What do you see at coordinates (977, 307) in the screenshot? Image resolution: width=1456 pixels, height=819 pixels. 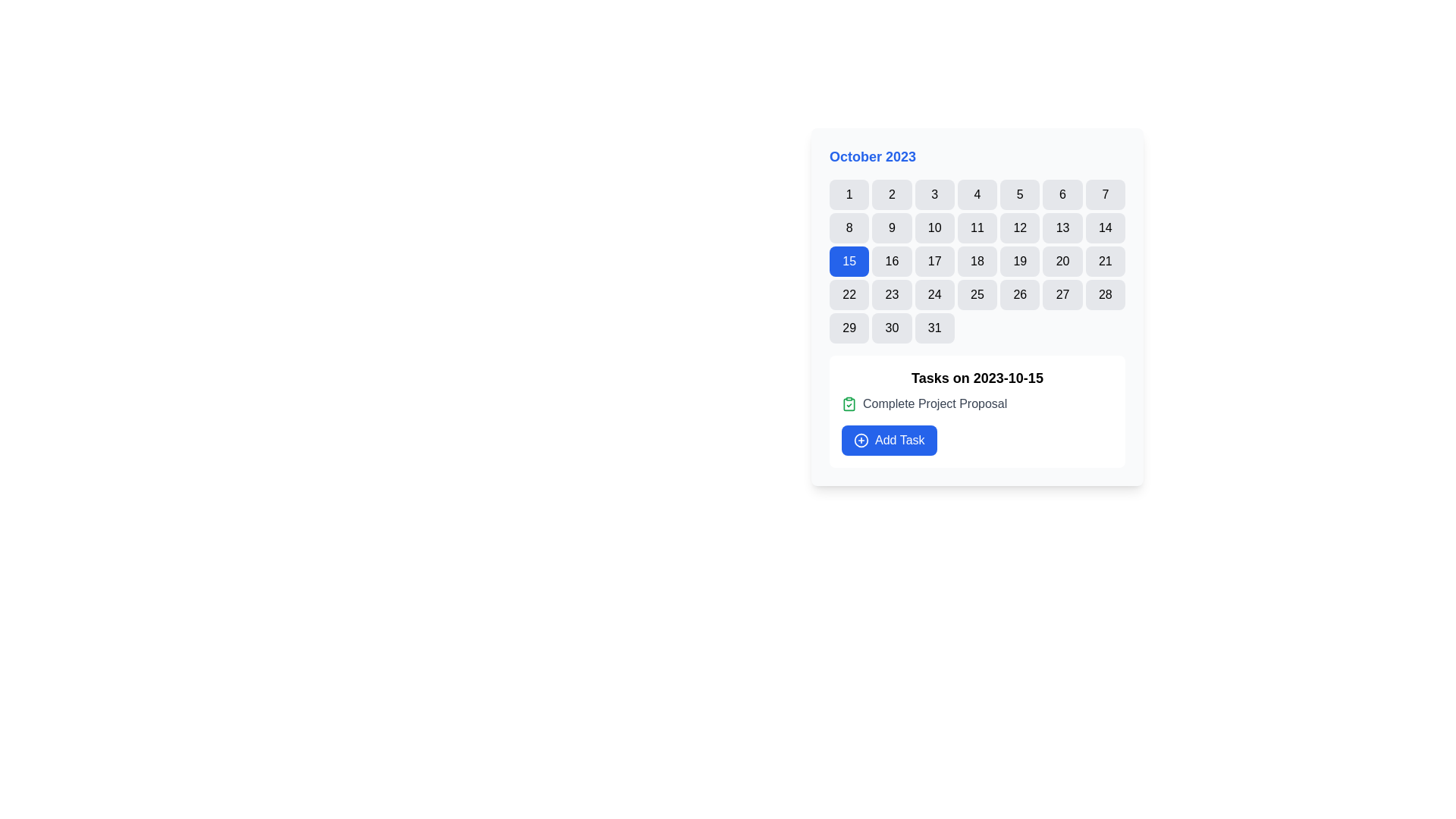 I see `a date on the calendar component to view corresponding tasks` at bounding box center [977, 307].